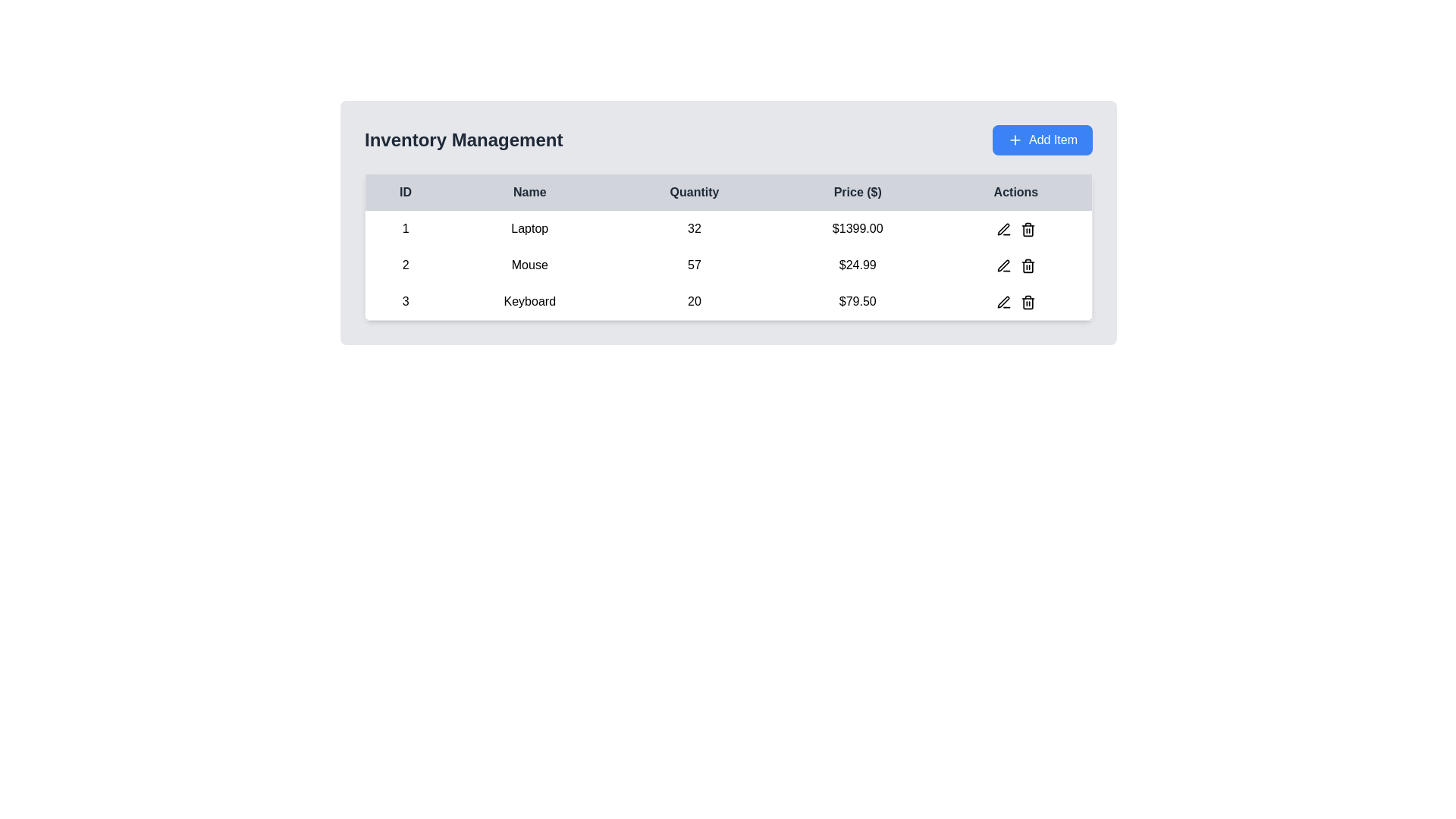 The height and width of the screenshot is (819, 1456). What do you see at coordinates (463, 140) in the screenshot?
I see `the 'Inventory Management' text label, which is styled as bold and large in dark gray, located at the top left of the header section` at bounding box center [463, 140].